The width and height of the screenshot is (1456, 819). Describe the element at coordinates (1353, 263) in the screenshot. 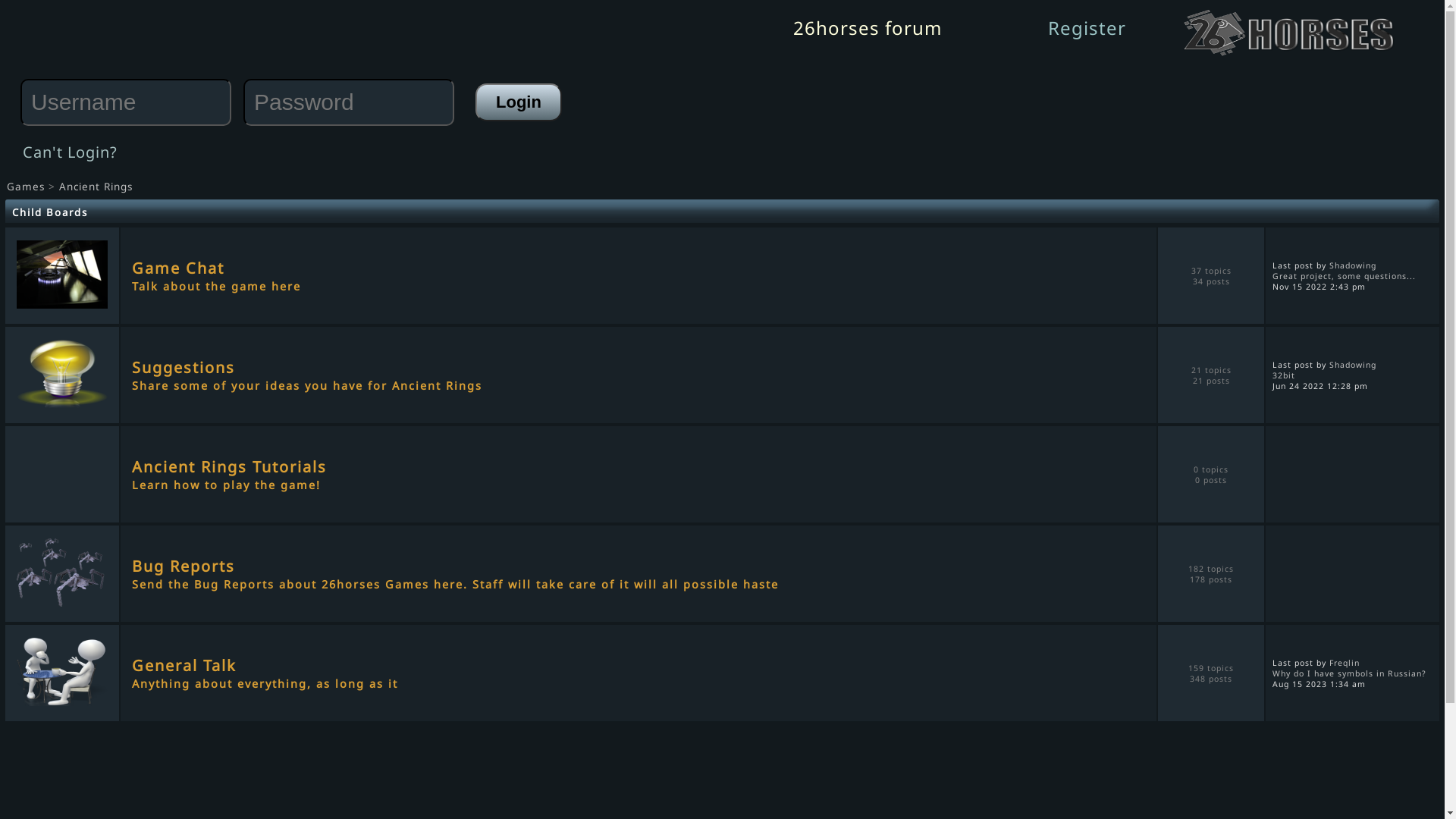

I see `'Shadowing'` at that location.